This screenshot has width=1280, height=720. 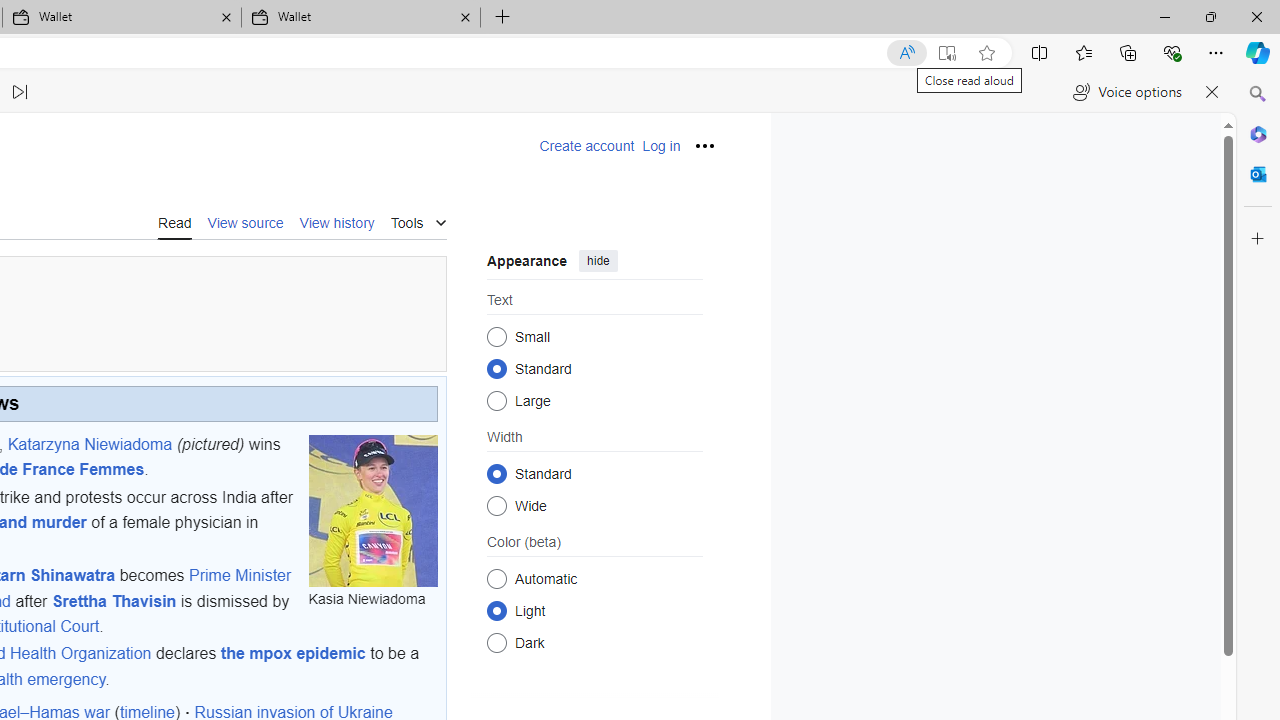 What do you see at coordinates (88, 442) in the screenshot?
I see `'Katarzyna Niewiadoma'` at bounding box center [88, 442].